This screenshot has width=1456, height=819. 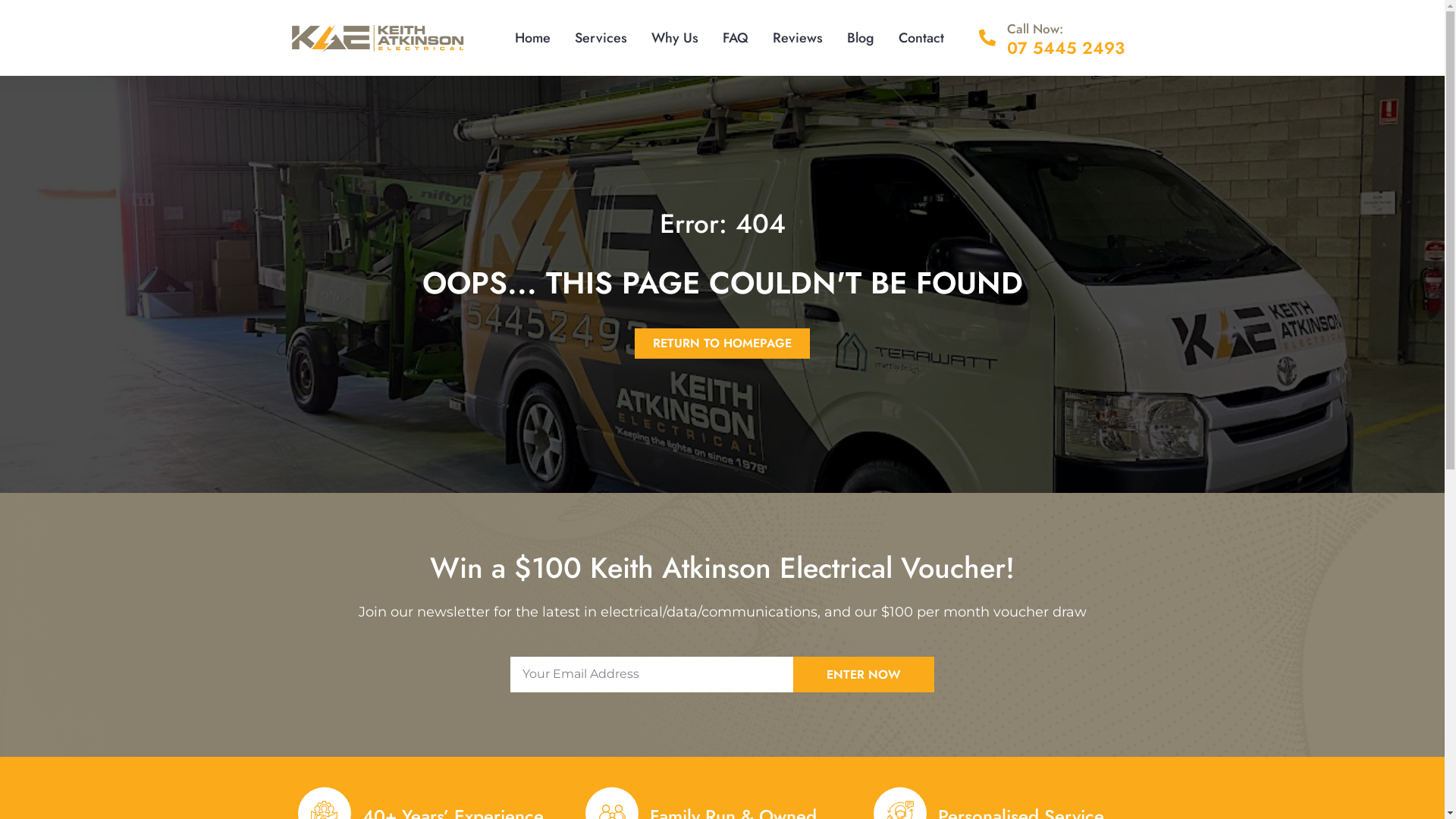 What do you see at coordinates (860, 37) in the screenshot?
I see `'Blog'` at bounding box center [860, 37].